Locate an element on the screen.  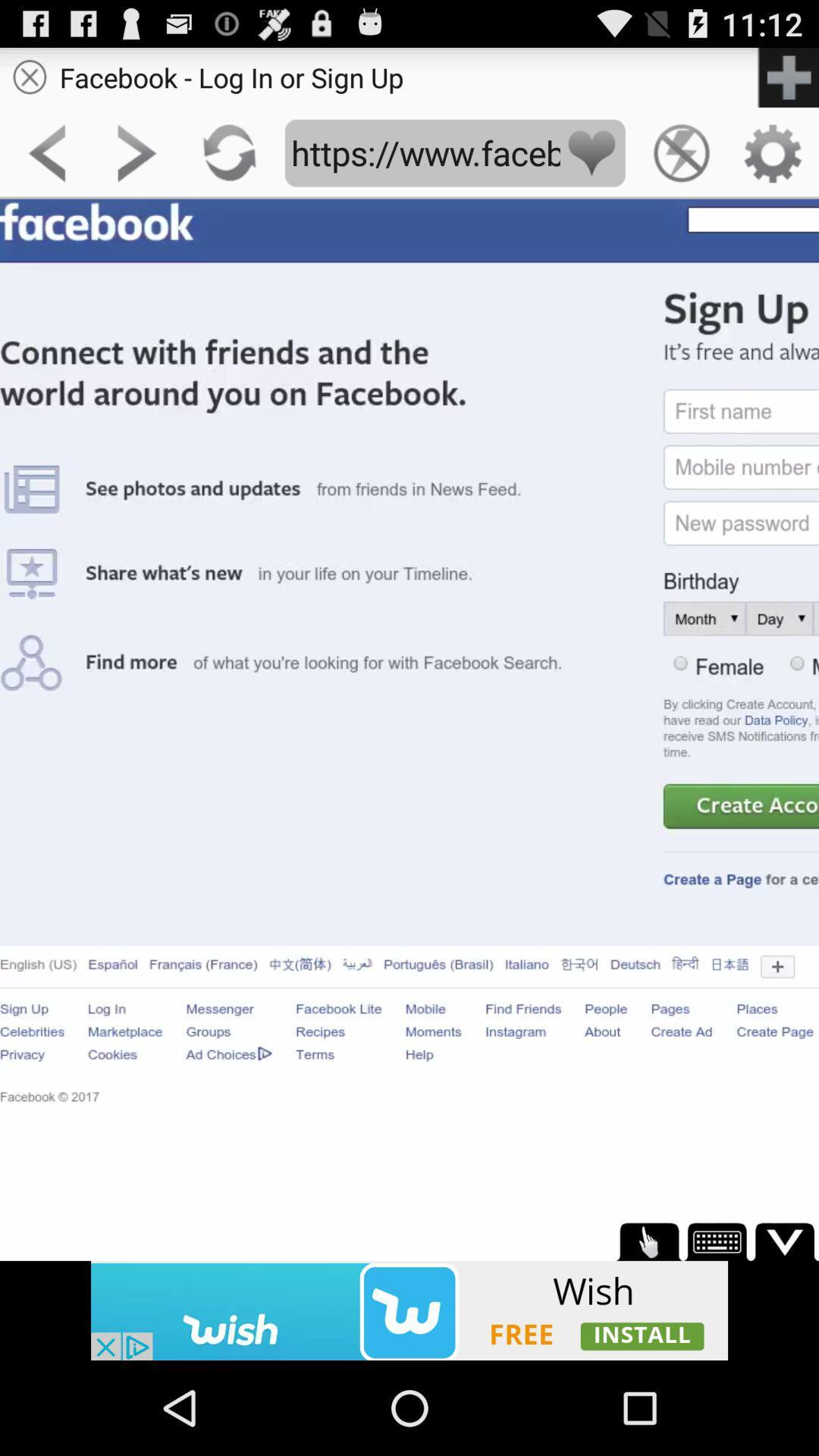
the add icon is located at coordinates (788, 82).